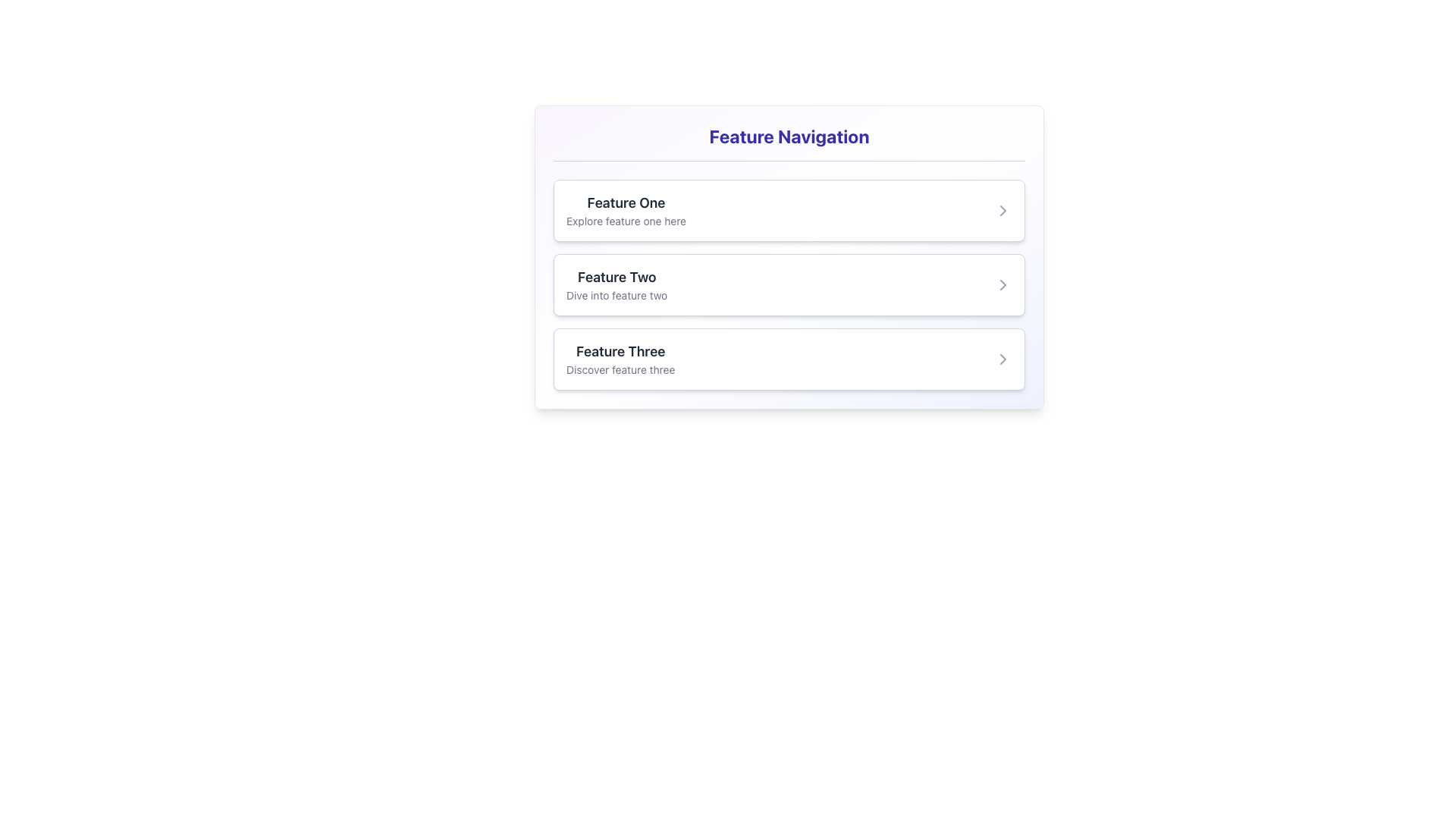 The width and height of the screenshot is (1456, 819). Describe the element at coordinates (1003, 284) in the screenshot. I see `the right-pointing chevron icon styled in gray located at the far-right end of the card labeled 'Feature Two'` at that location.